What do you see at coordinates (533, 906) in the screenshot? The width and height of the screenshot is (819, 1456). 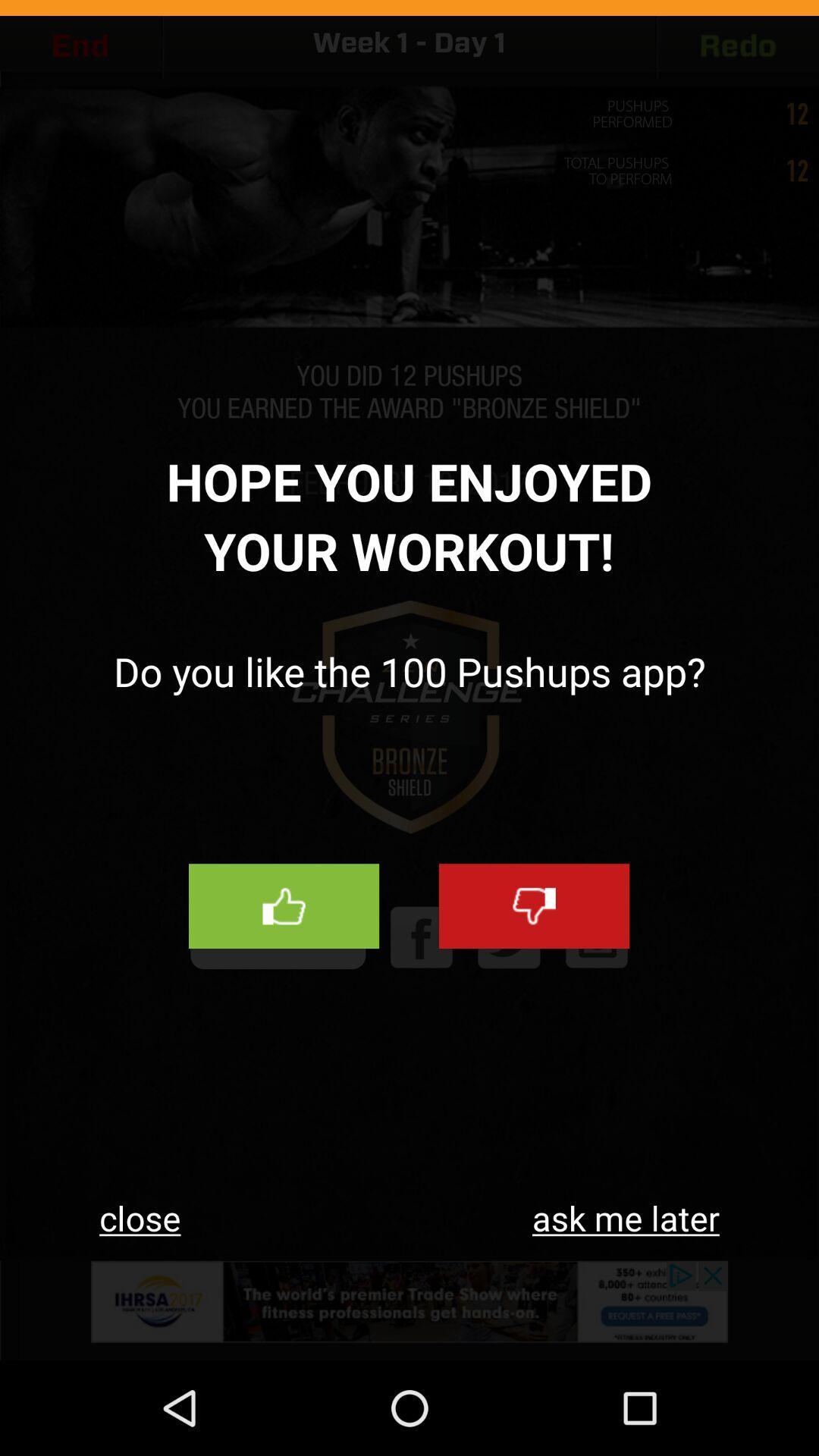 I see `dislike` at bounding box center [533, 906].